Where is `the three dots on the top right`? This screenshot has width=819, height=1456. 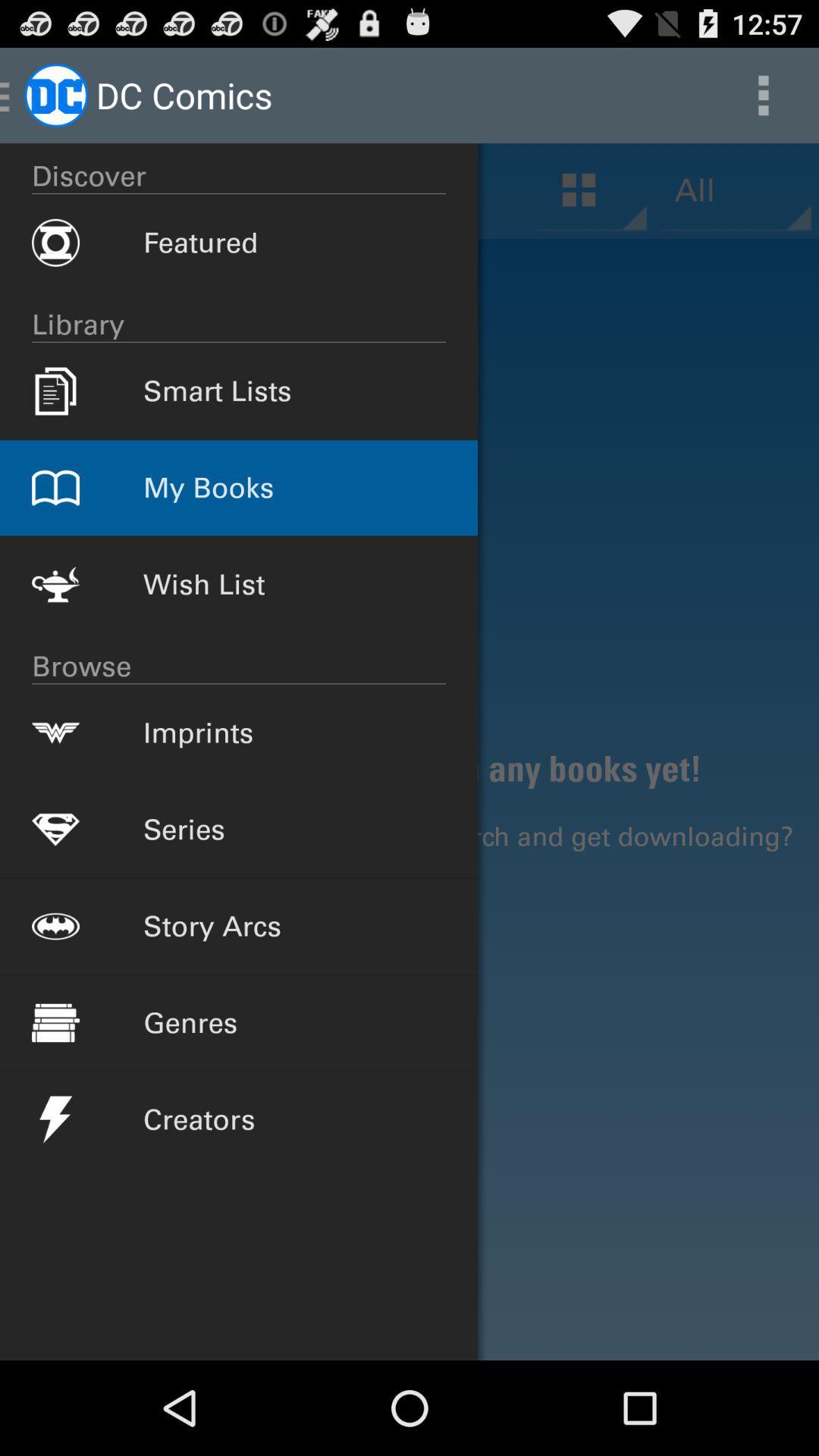
the three dots on the top right is located at coordinates (763, 94).